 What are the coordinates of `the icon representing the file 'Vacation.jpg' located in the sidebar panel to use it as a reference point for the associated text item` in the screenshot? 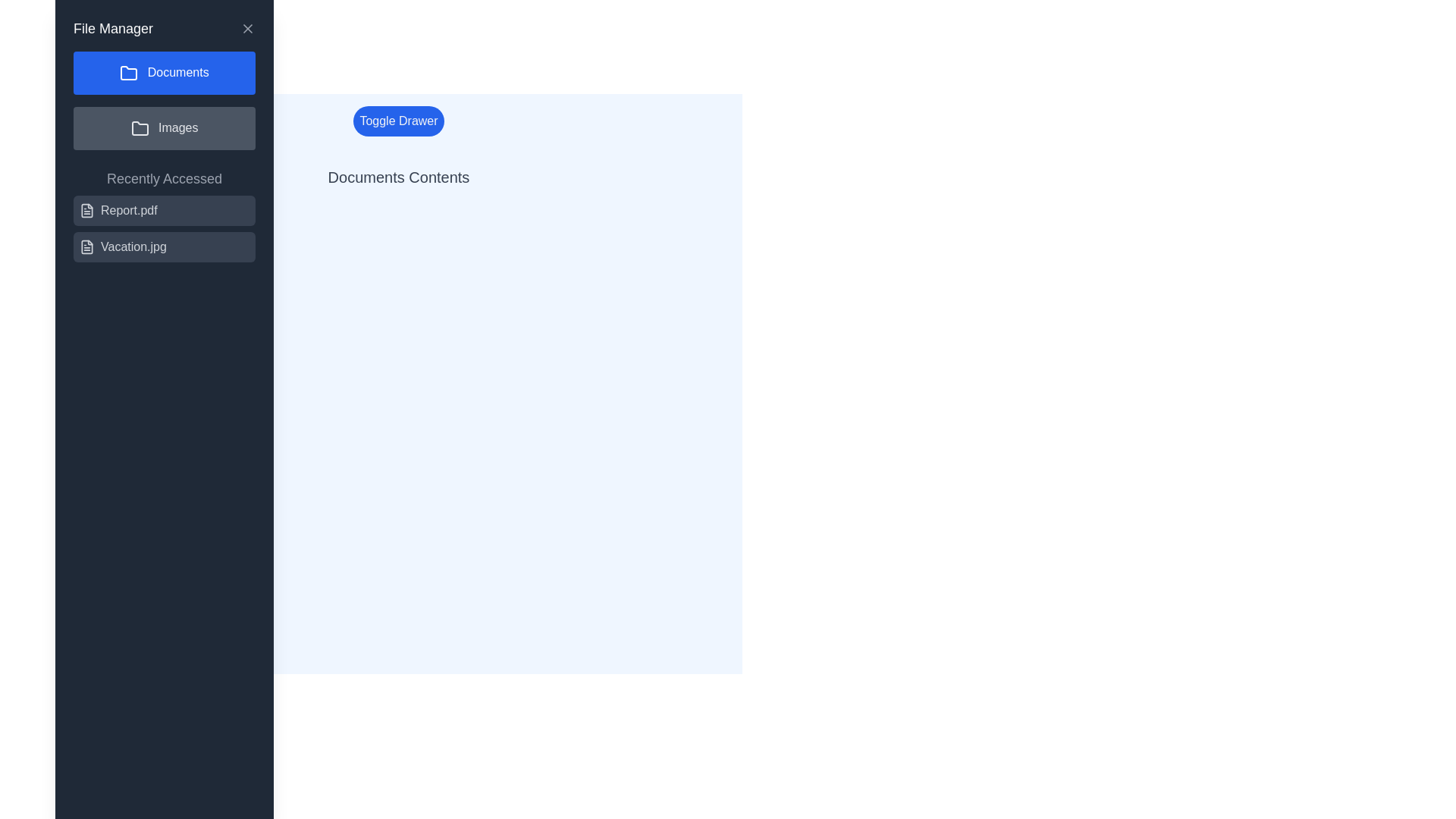 It's located at (86, 245).